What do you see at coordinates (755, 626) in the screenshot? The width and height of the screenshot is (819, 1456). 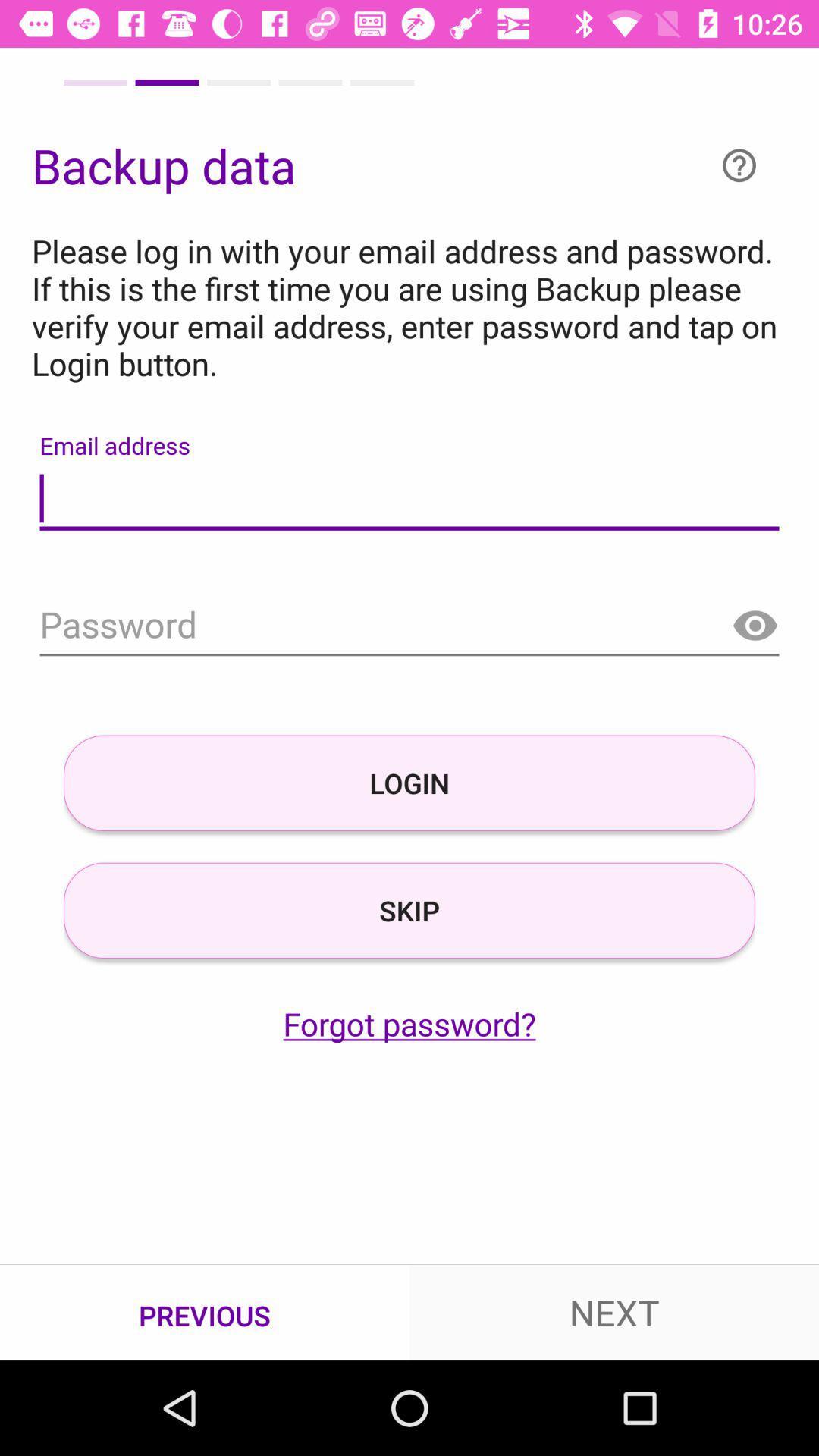 I see `show password option` at bounding box center [755, 626].